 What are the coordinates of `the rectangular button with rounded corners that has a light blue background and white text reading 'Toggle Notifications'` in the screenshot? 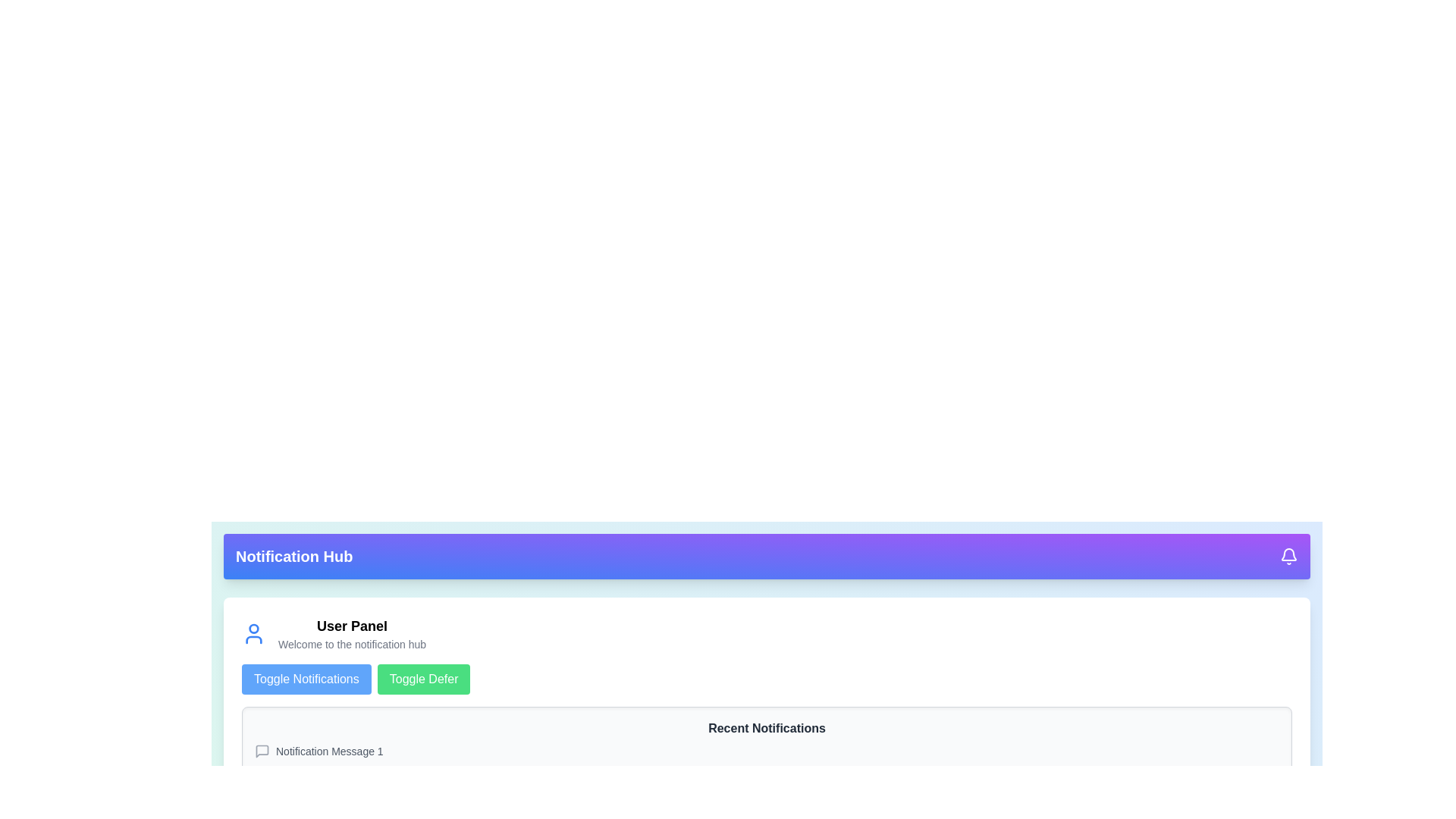 It's located at (306, 678).